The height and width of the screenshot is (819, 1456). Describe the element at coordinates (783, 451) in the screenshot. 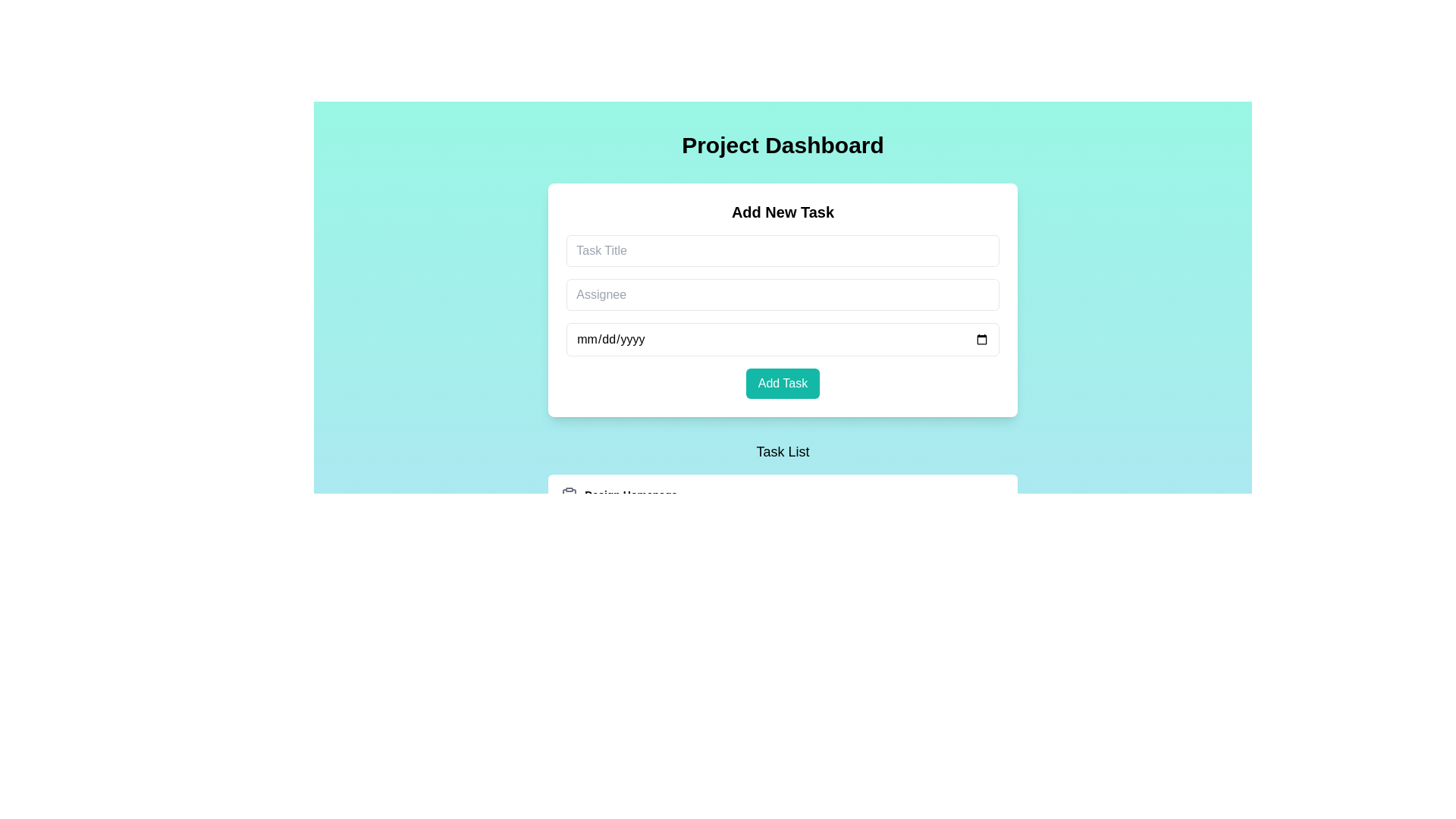

I see `text header displaying 'Task List', which is bold and larger, located below the 'Add New Task' section` at that location.